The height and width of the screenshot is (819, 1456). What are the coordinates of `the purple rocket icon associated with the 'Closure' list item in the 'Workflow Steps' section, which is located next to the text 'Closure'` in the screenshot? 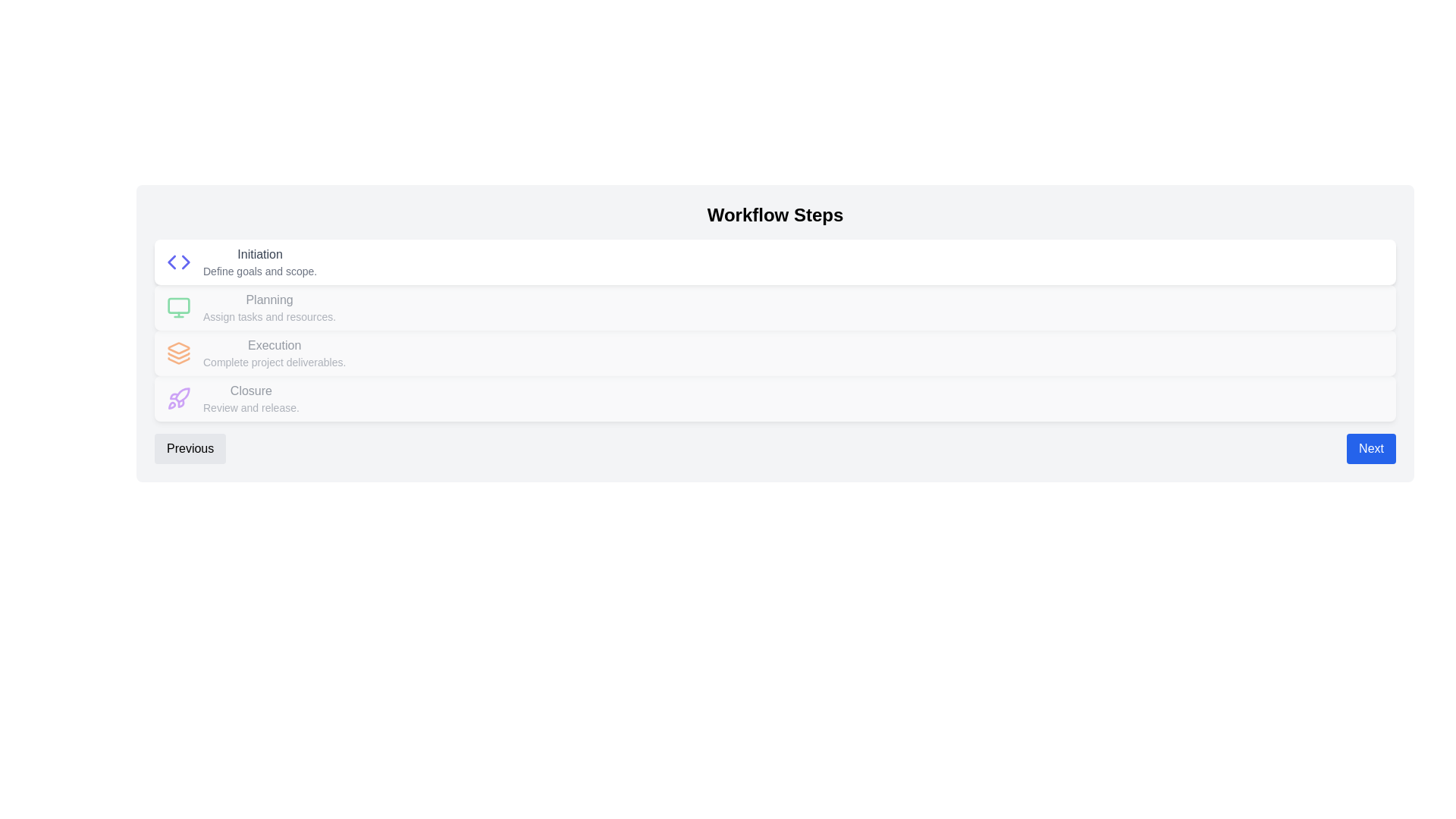 It's located at (178, 397).